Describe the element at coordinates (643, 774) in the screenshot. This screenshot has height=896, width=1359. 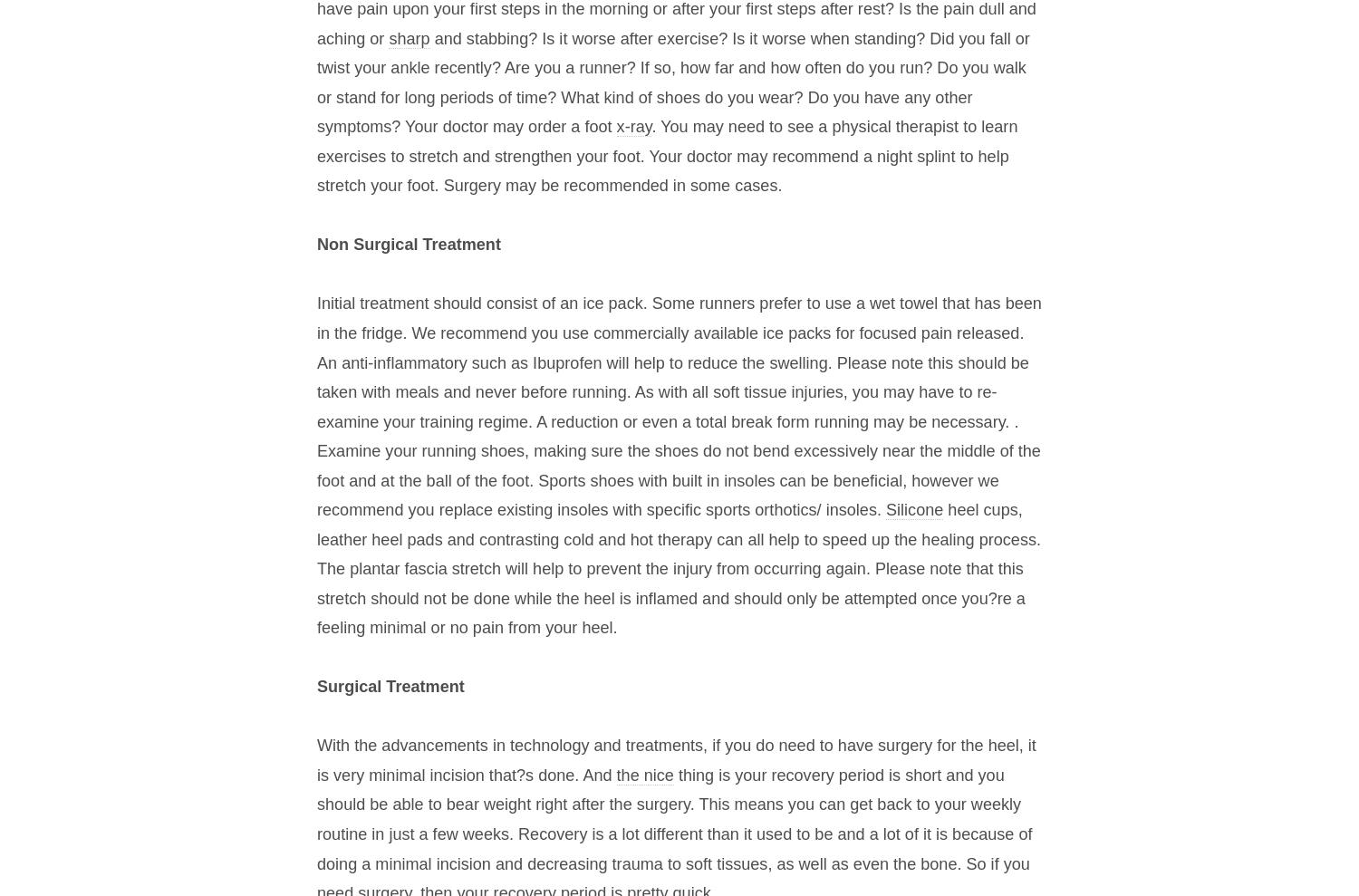
I see `'the nice'` at that location.